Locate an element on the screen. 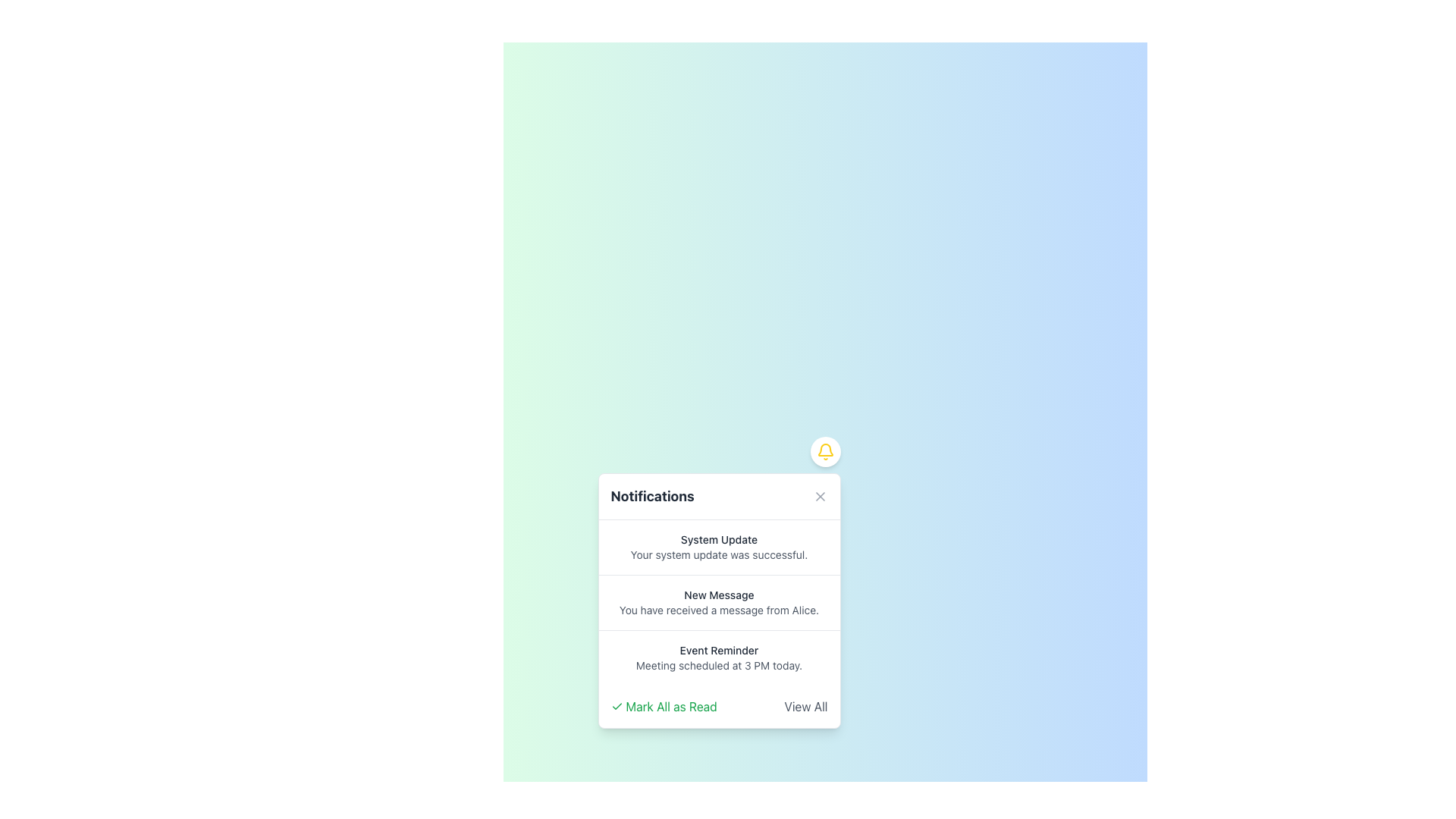  the bell icon located at the top-center area of the interface is located at coordinates (824, 451).